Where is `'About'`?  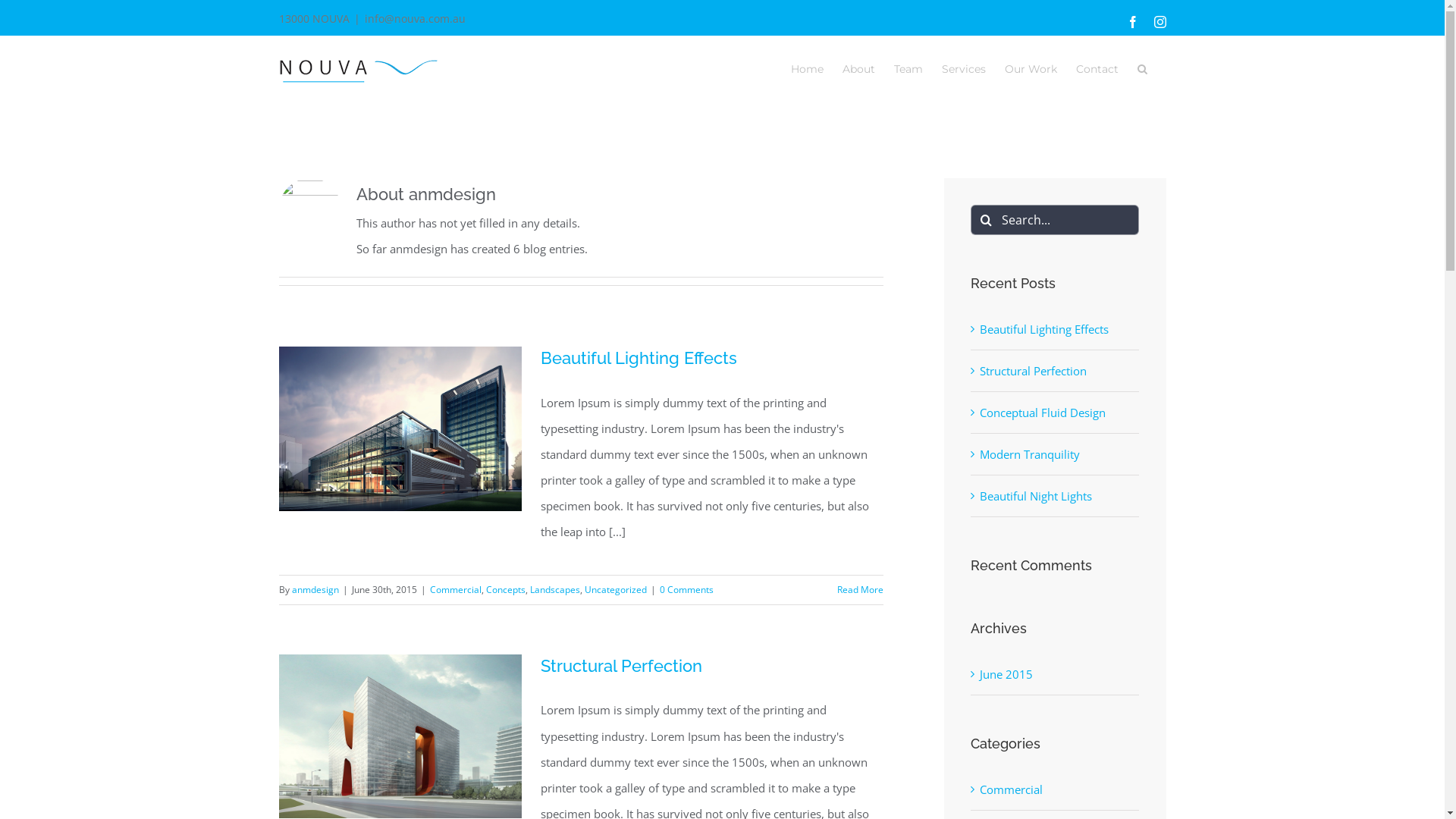
'About' is located at coordinates (840, 67).